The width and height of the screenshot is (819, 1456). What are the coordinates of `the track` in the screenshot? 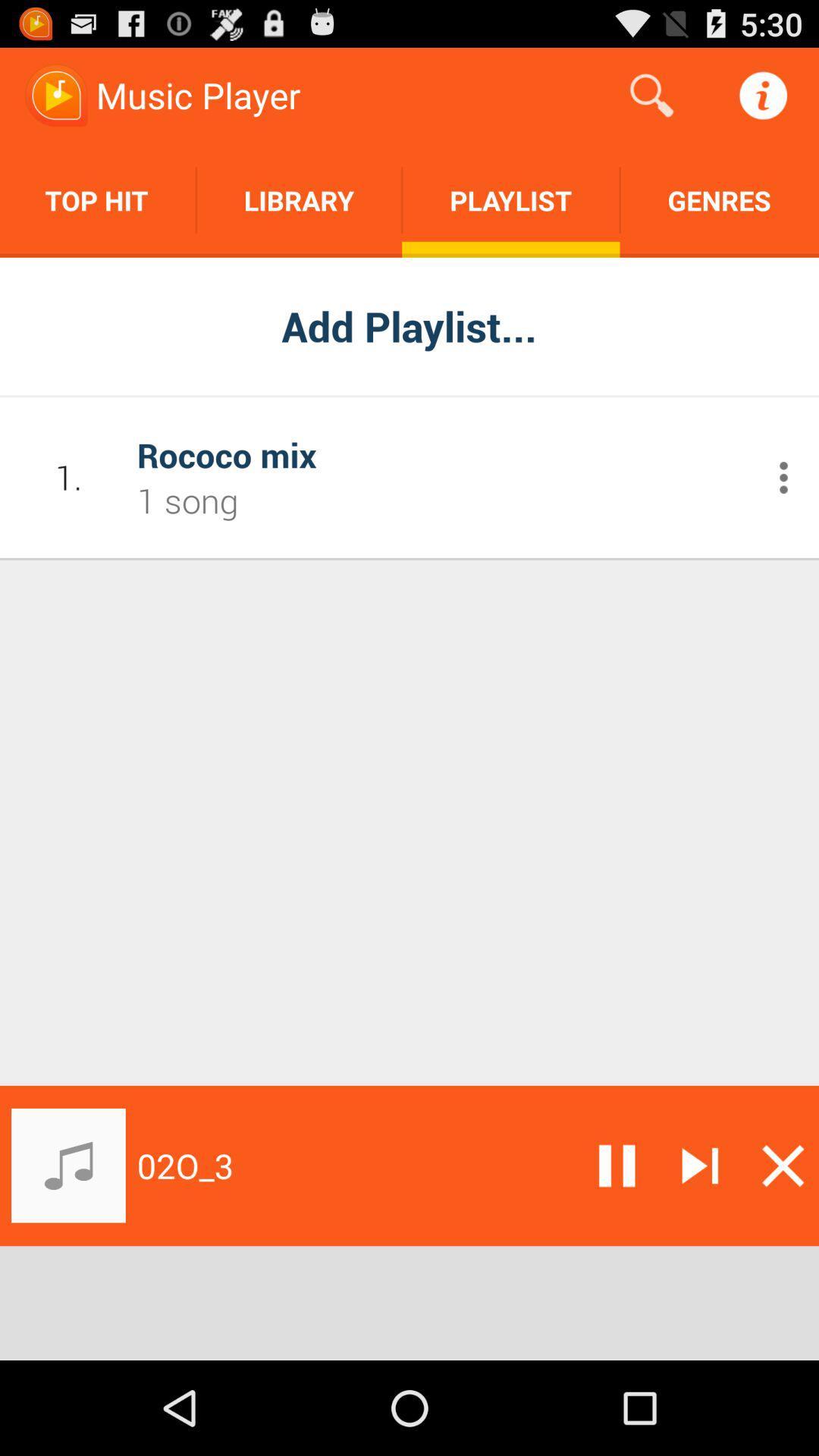 It's located at (783, 1165).